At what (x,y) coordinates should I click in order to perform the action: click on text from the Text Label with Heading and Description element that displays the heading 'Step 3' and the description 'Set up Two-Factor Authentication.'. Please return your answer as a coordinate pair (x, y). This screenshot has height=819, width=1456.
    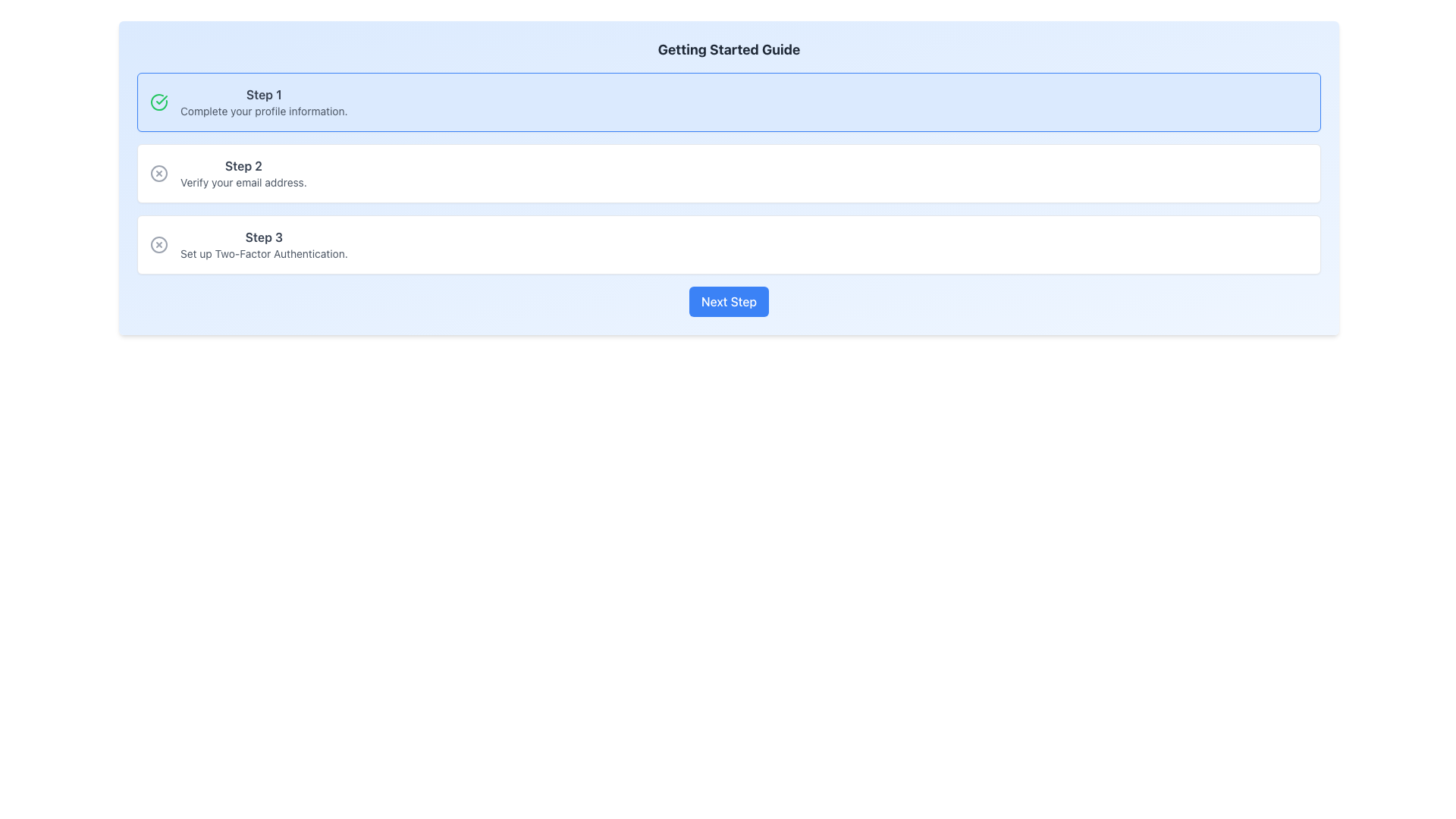
    Looking at the image, I should click on (264, 244).